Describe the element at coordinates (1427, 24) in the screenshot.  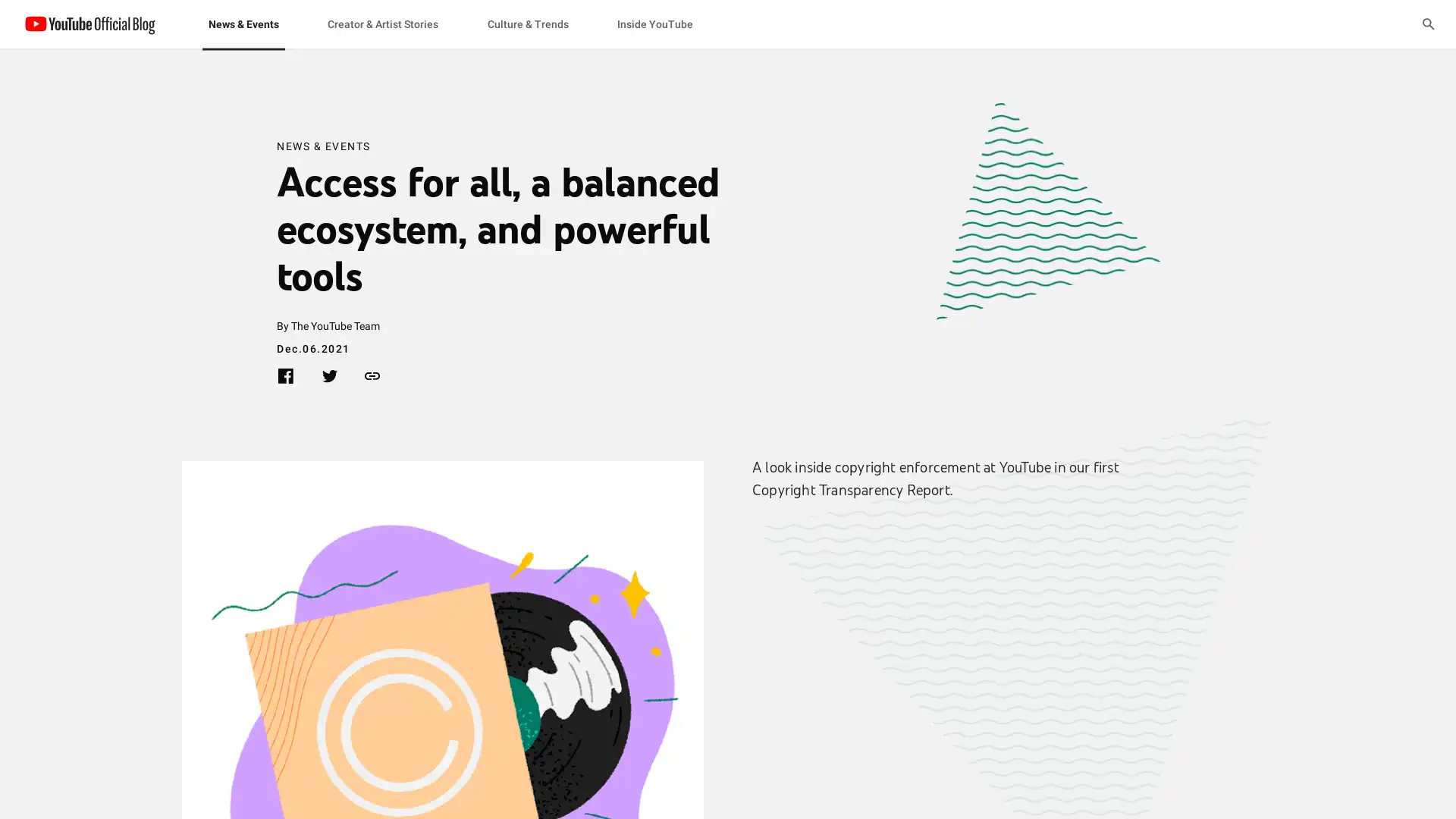
I see `Open Search` at that location.